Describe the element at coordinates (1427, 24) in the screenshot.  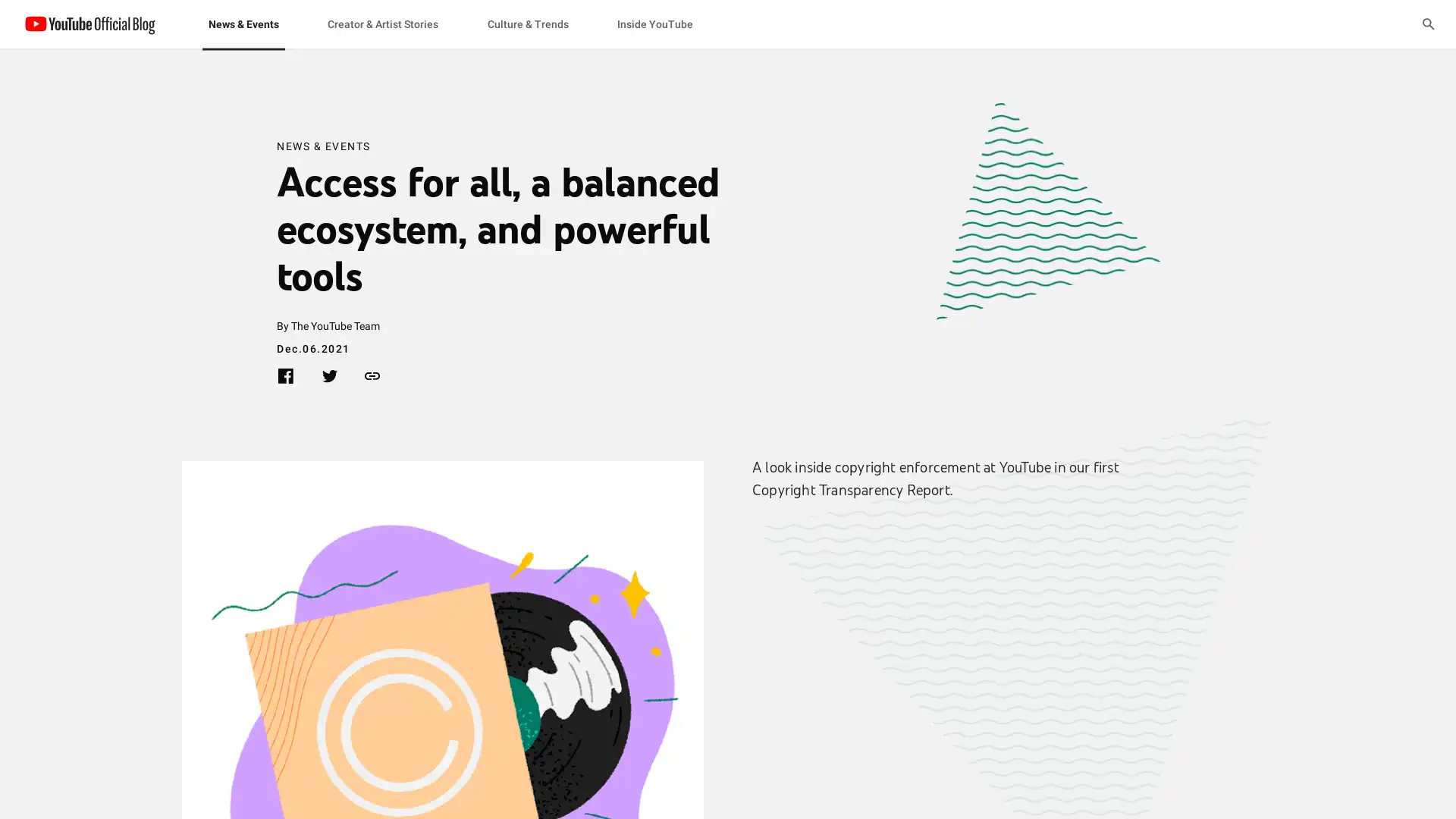
I see `Open Search` at that location.